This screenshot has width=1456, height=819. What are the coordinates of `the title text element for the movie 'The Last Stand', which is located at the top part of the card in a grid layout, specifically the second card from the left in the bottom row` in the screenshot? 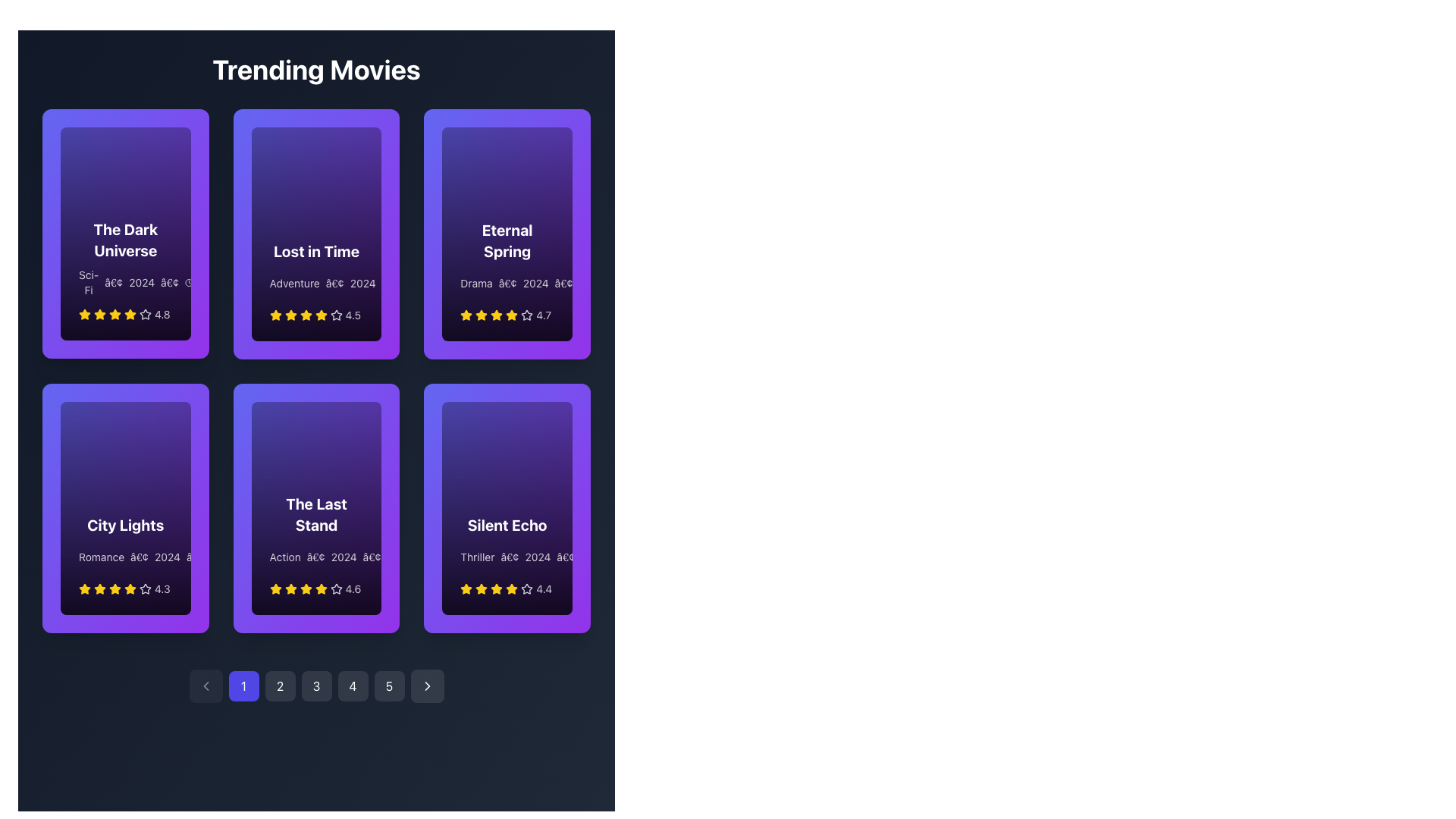 It's located at (315, 513).